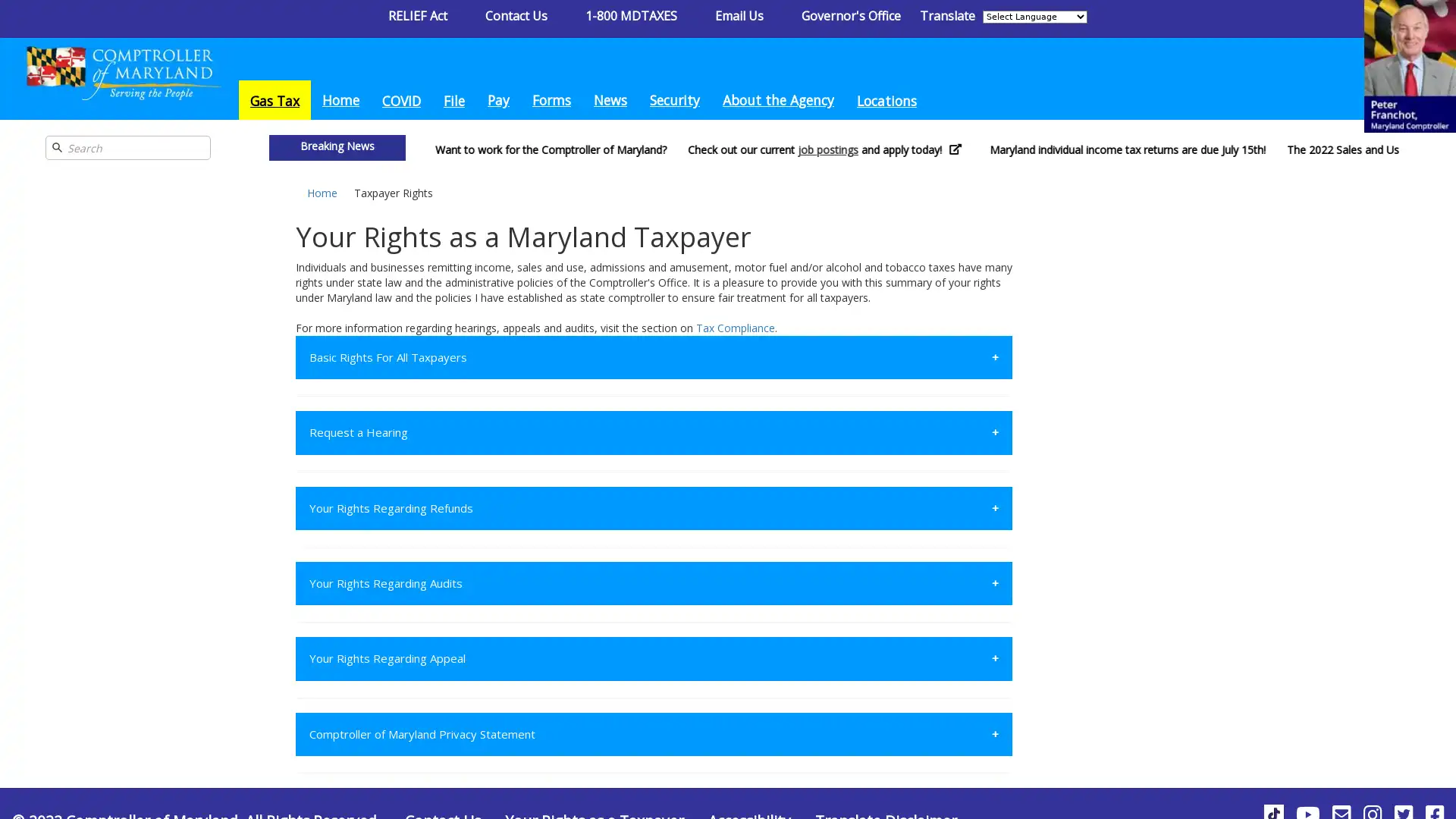  I want to click on Request a Hearing +, so click(654, 432).